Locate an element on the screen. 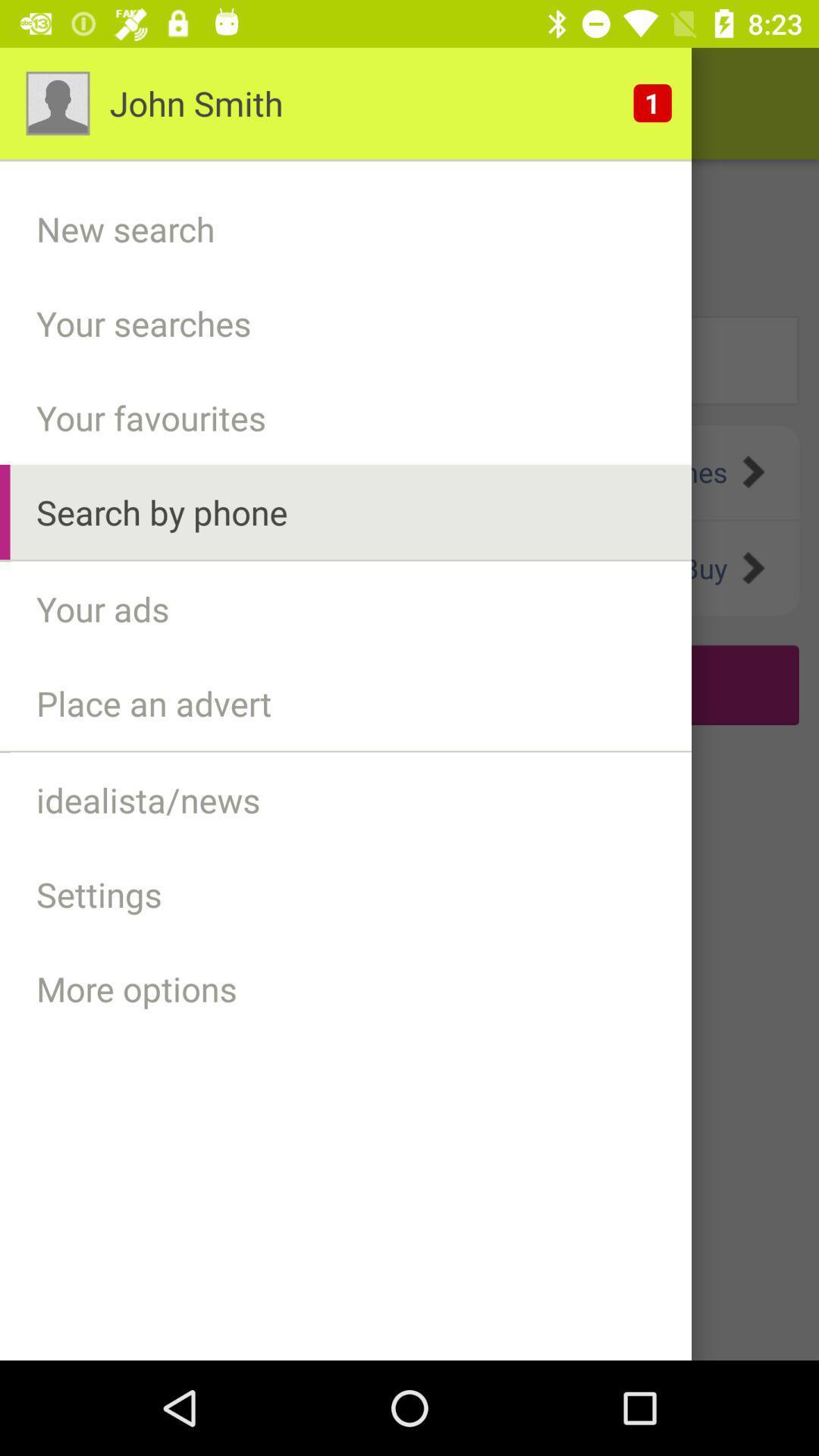 The width and height of the screenshot is (819, 1456). the text below your ads is located at coordinates (409, 684).